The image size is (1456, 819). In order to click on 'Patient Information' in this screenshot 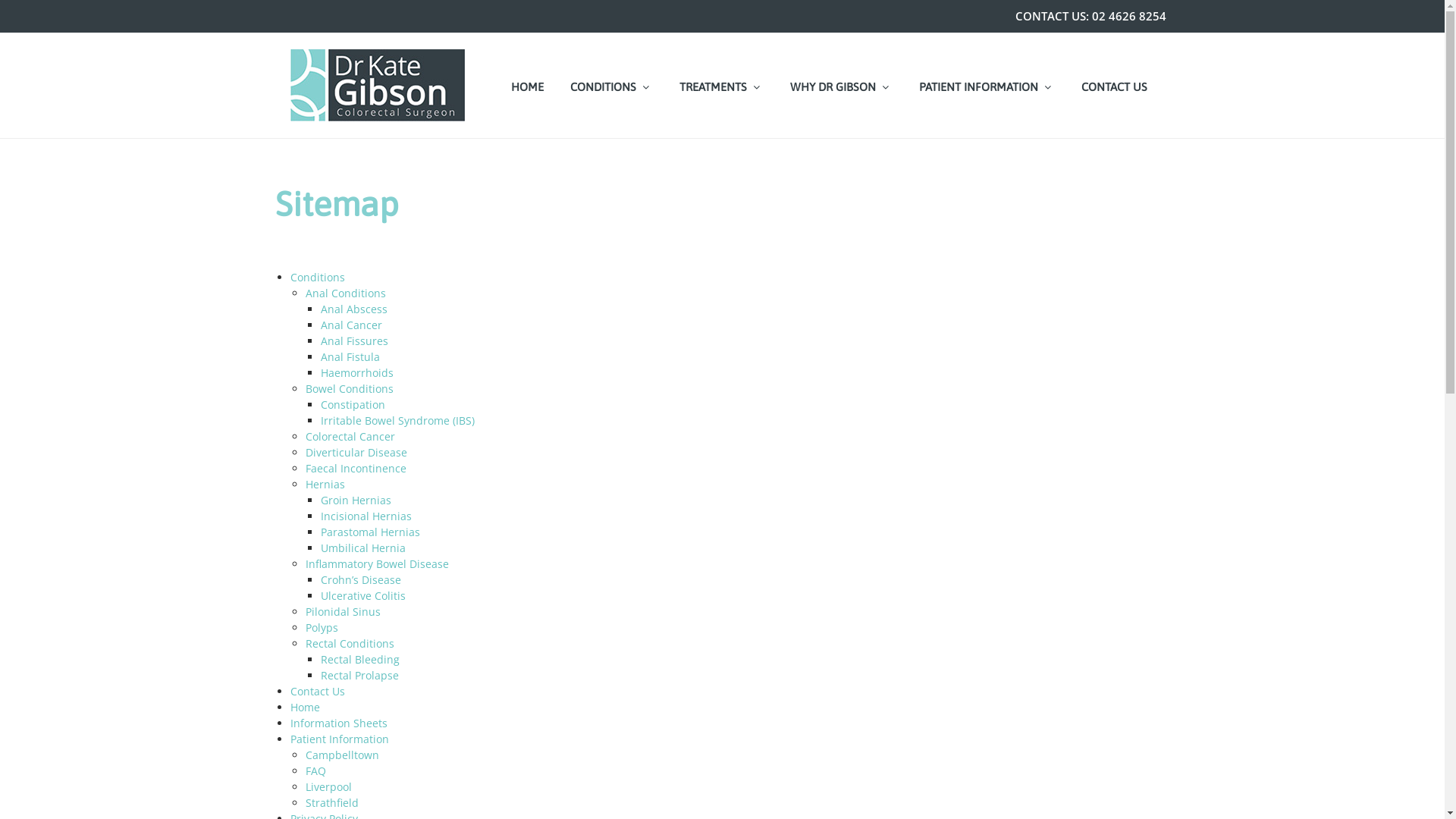, I will do `click(337, 738)`.